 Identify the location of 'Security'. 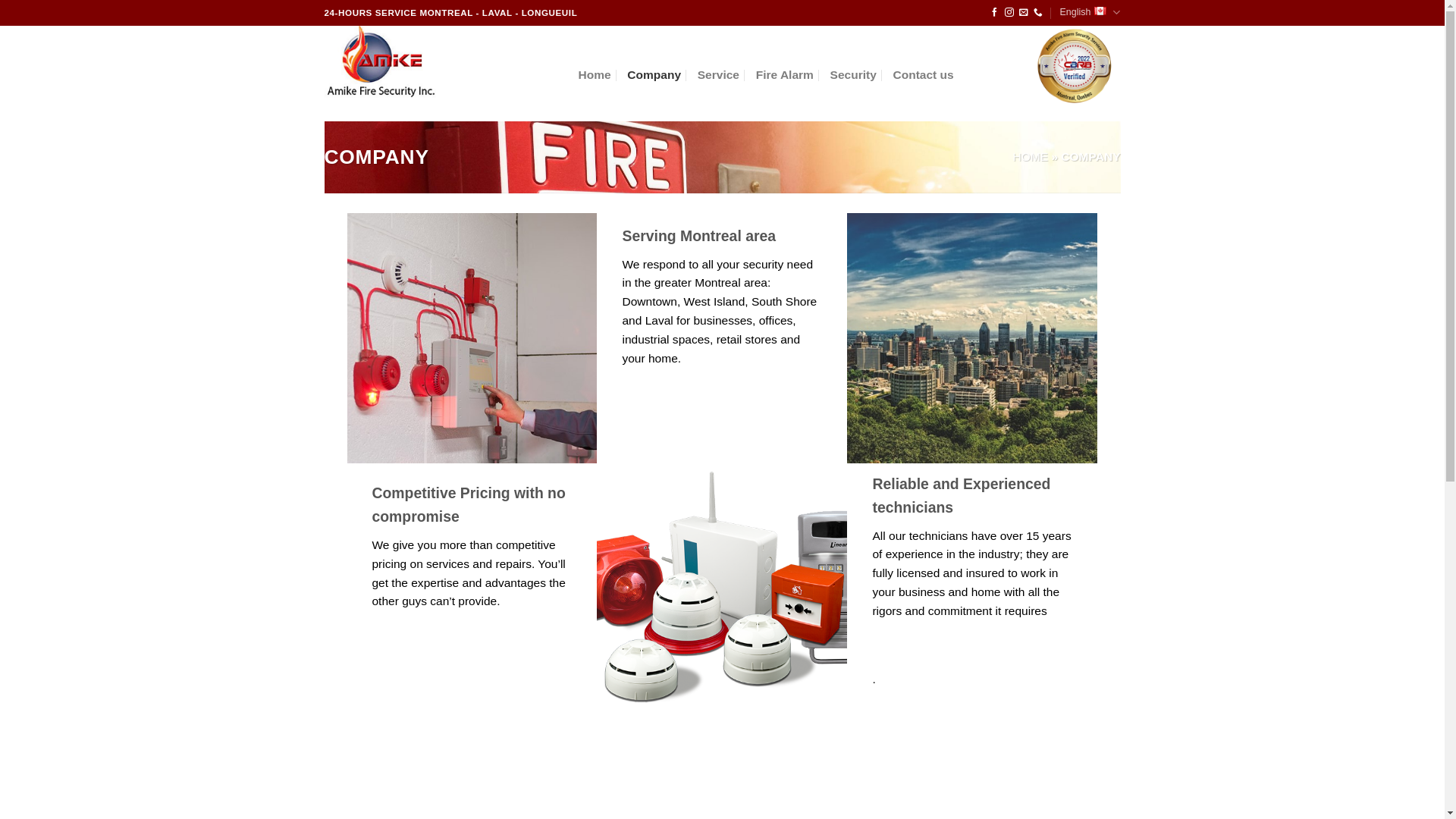
(853, 74).